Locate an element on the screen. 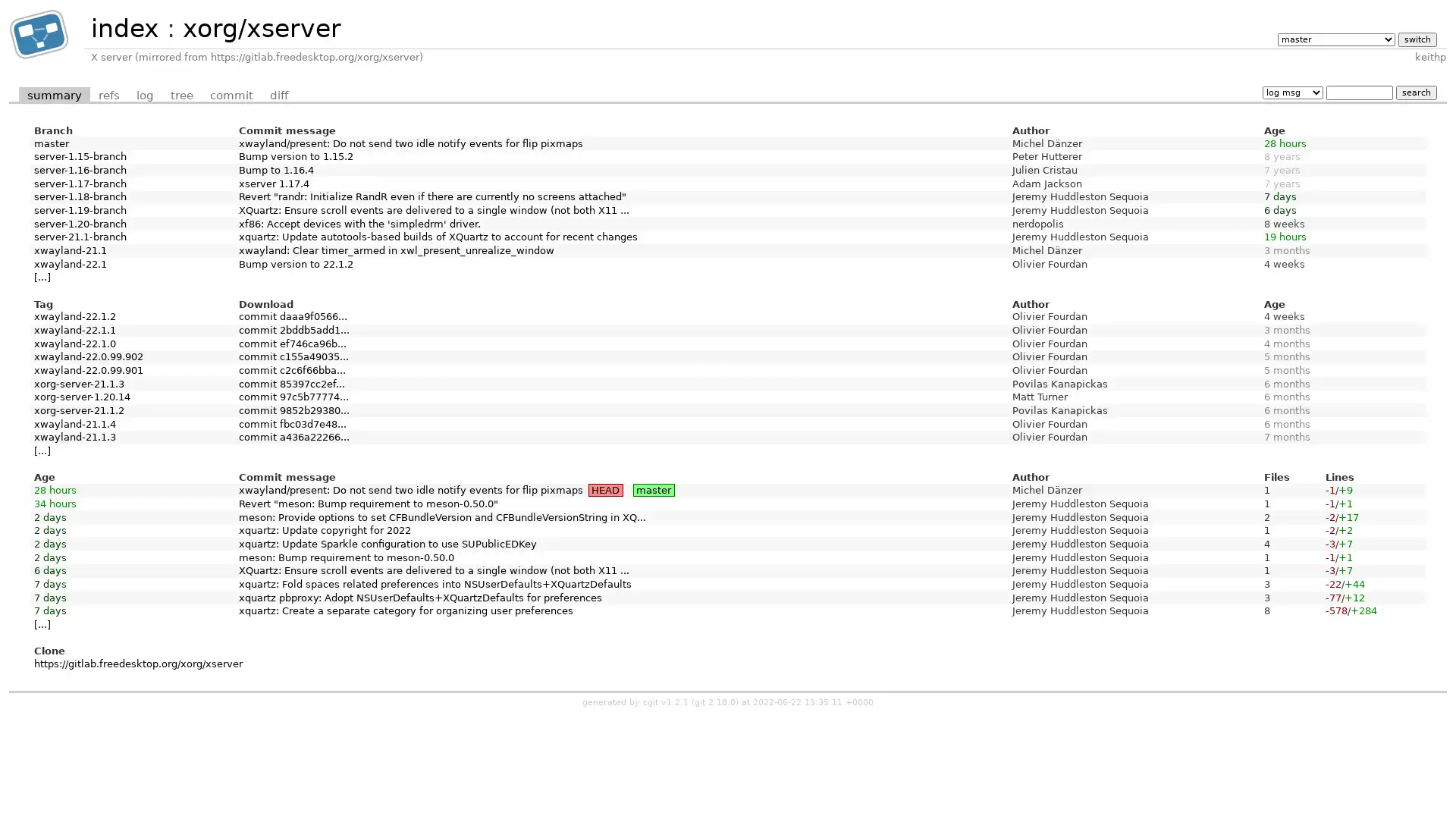 The height and width of the screenshot is (819, 1456). search is located at coordinates (1415, 92).